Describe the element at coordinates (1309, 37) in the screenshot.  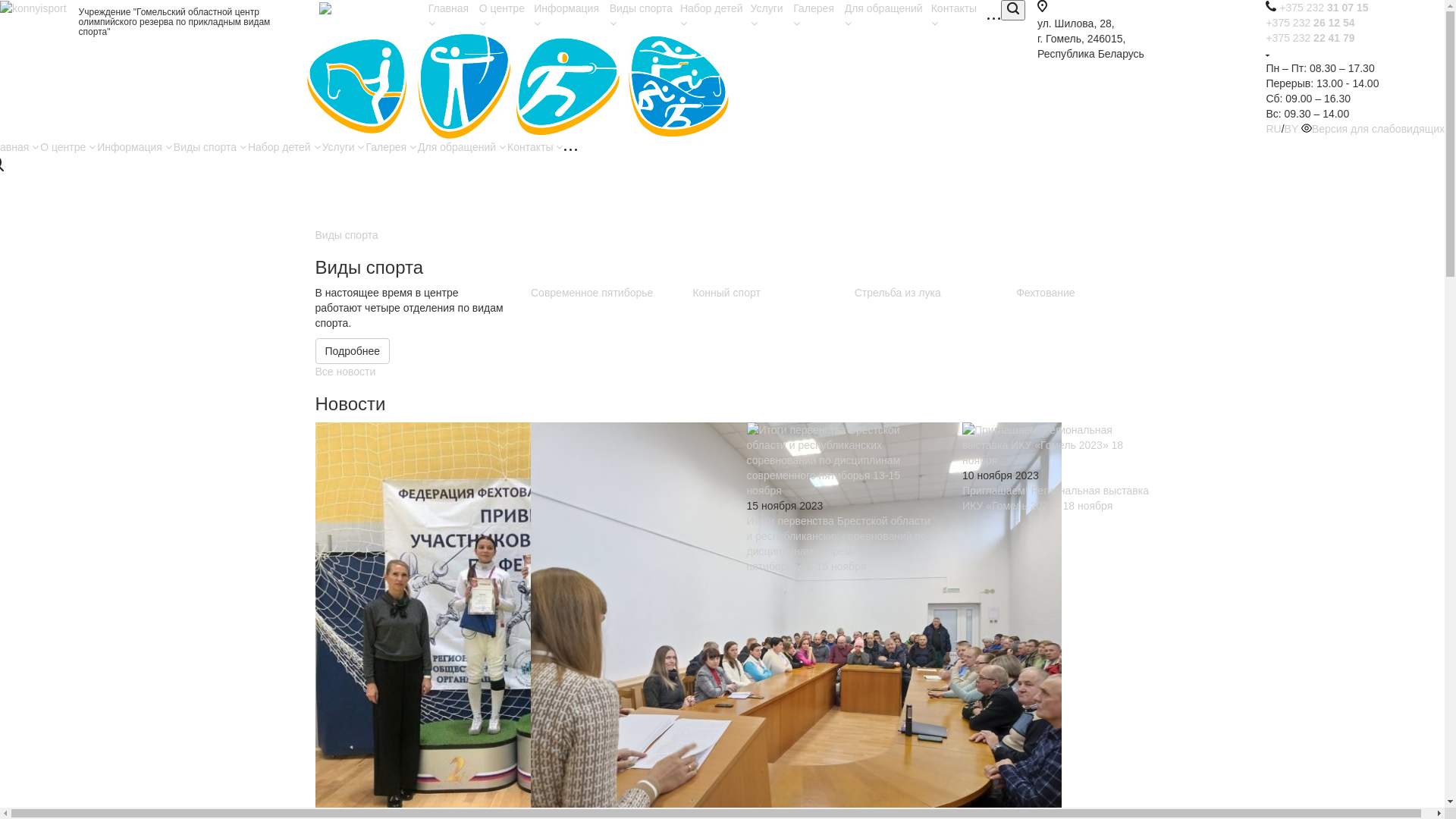
I see `'+375 232 22 41 79'` at that location.